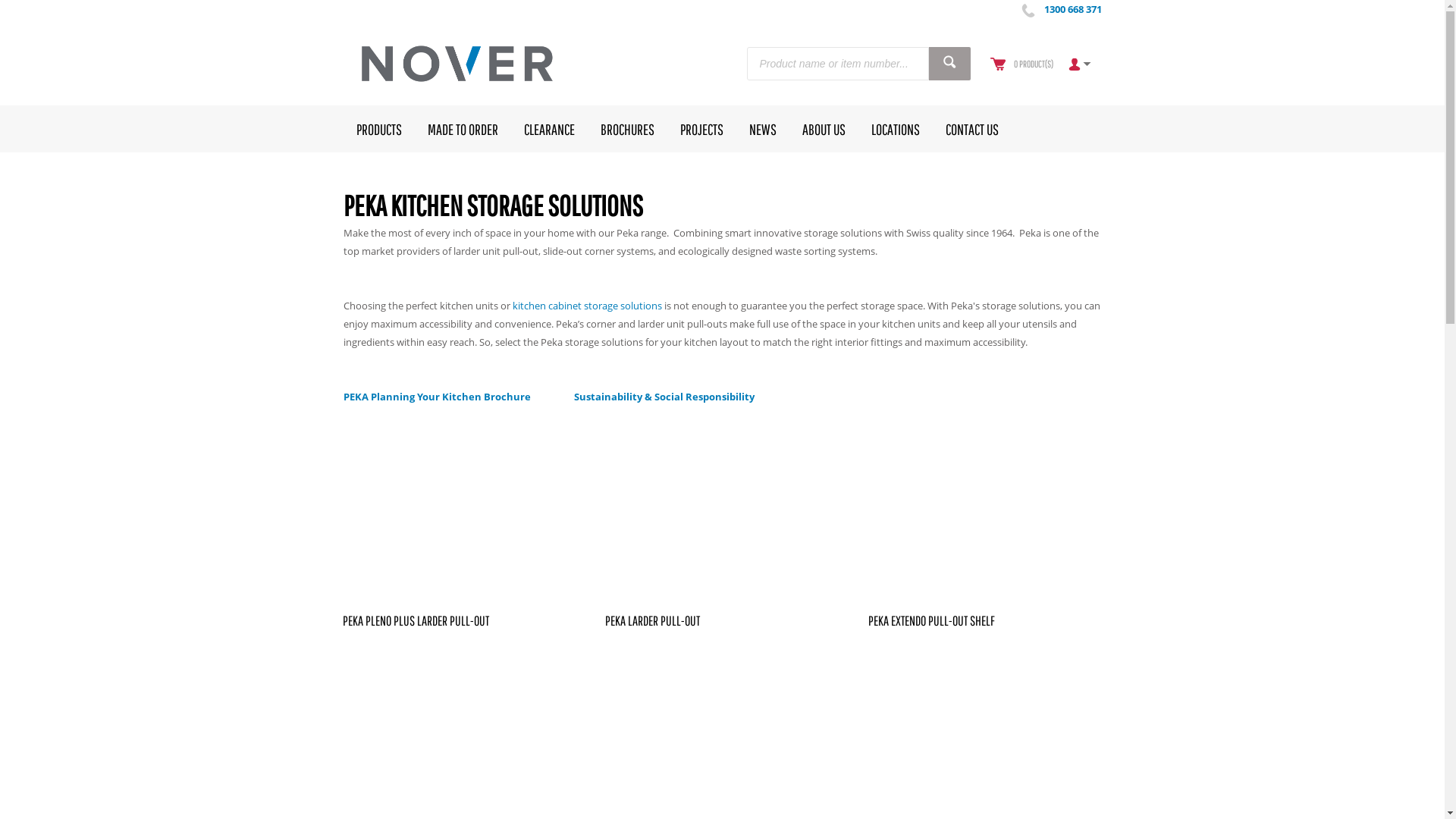 This screenshot has width=1456, height=819. Describe the element at coordinates (971, 127) in the screenshot. I see `'CONTACT US'` at that location.